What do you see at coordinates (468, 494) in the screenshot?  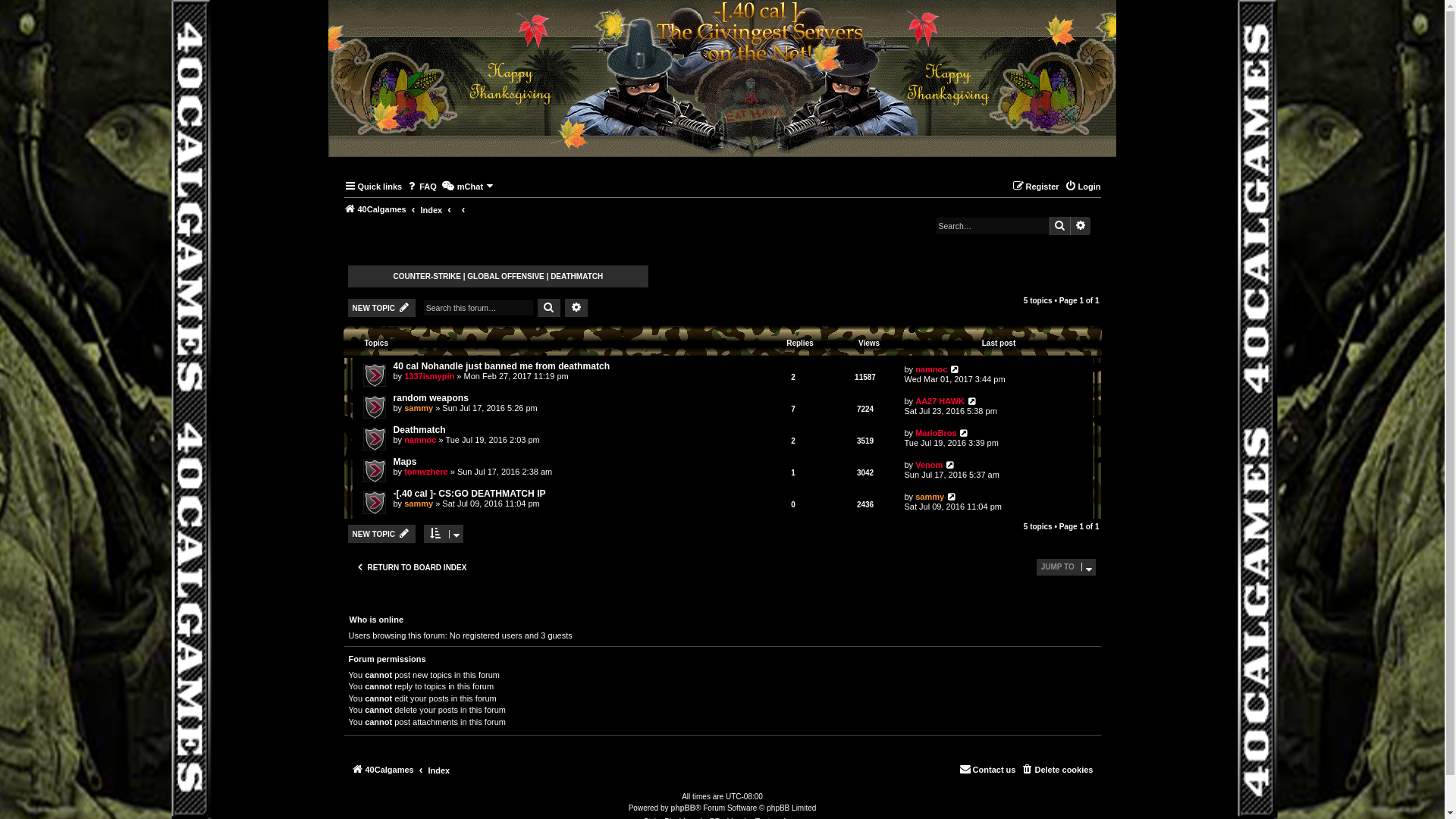 I see `'-[.40 cal ]- CS:GO DEATHMATCH IP'` at bounding box center [468, 494].